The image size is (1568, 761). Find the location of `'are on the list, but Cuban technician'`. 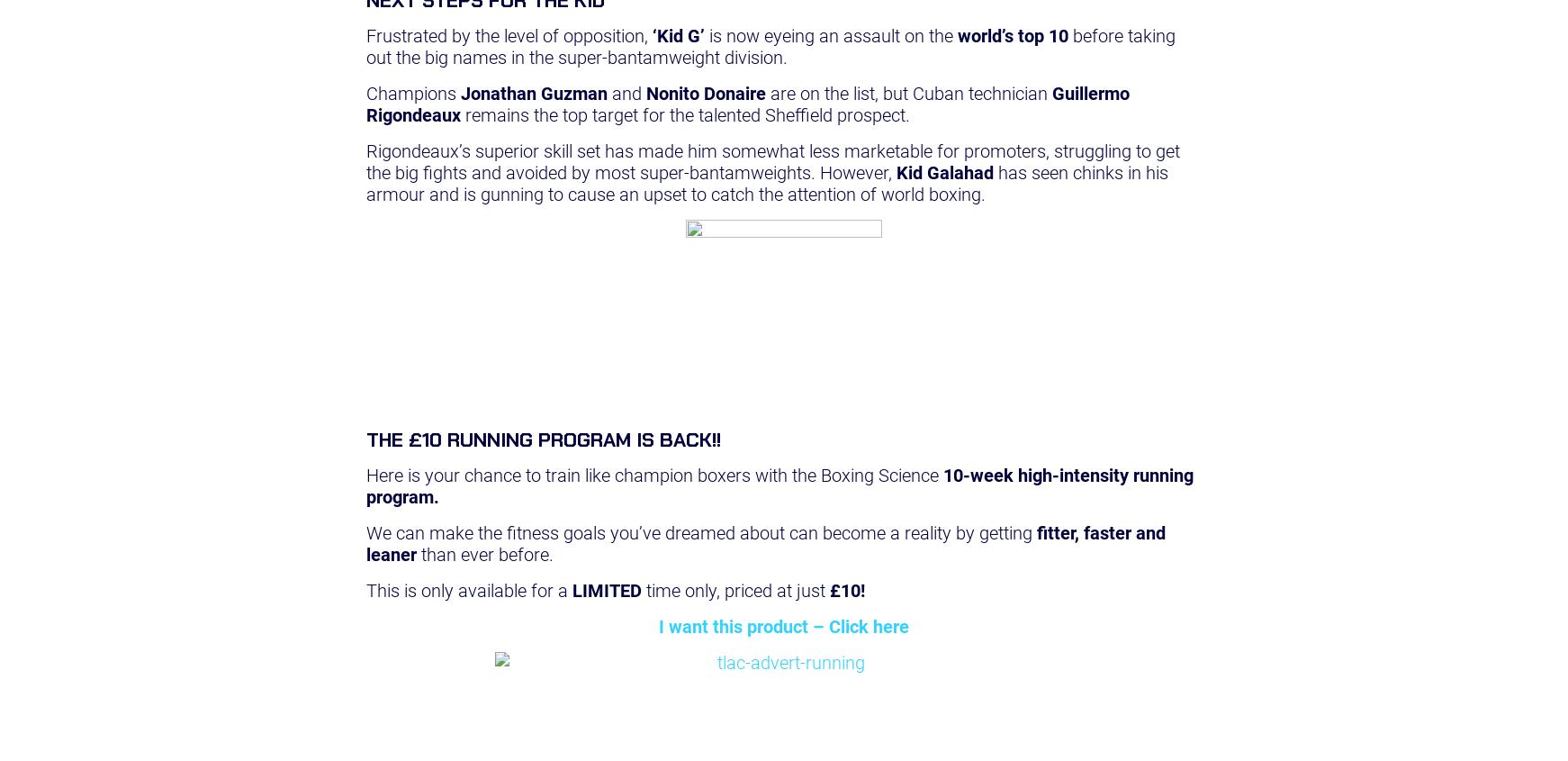

'are on the list, but Cuban technician' is located at coordinates (908, 94).